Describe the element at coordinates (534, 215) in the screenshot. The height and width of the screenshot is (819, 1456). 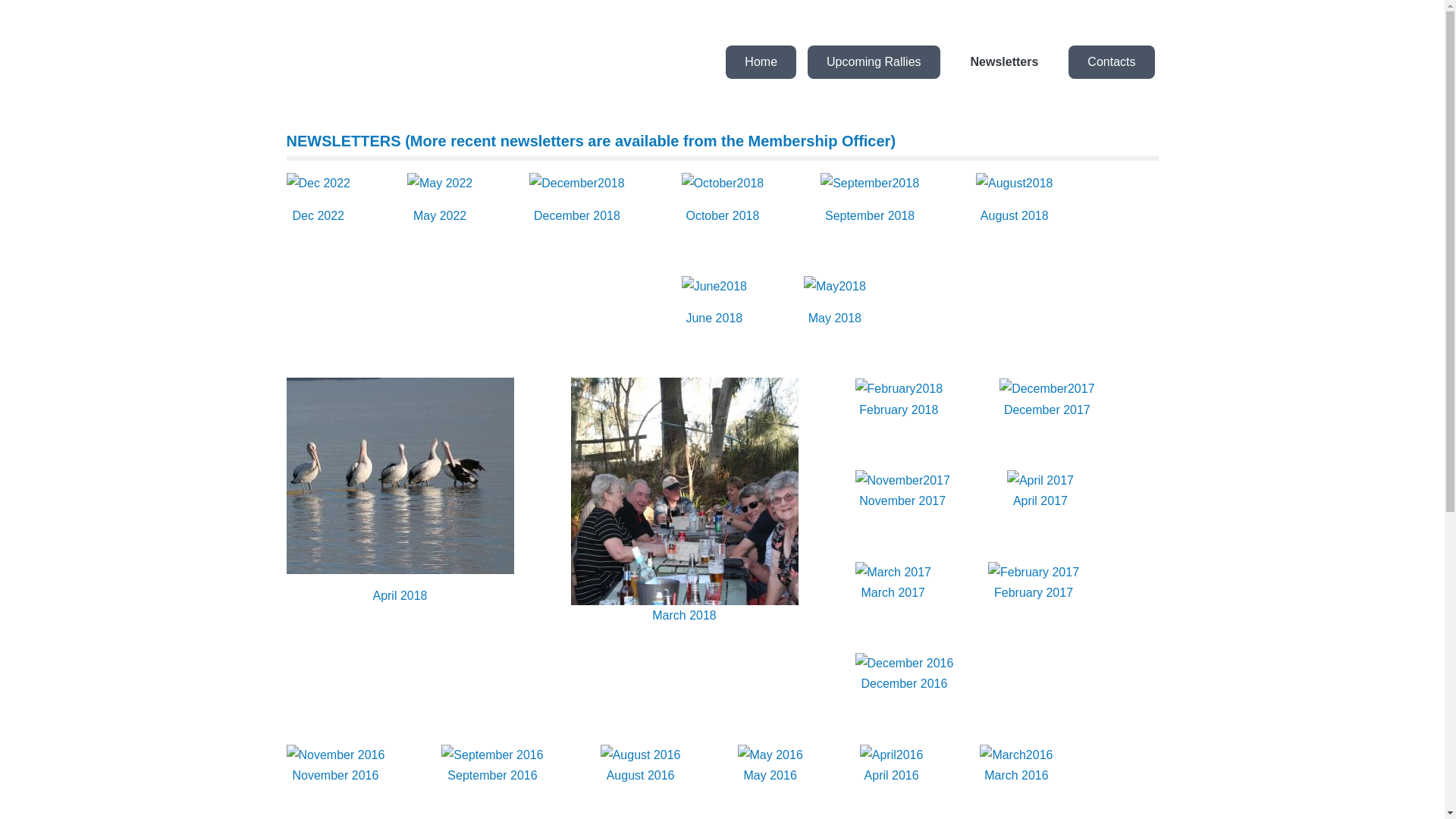
I see `'December 2018'` at that location.